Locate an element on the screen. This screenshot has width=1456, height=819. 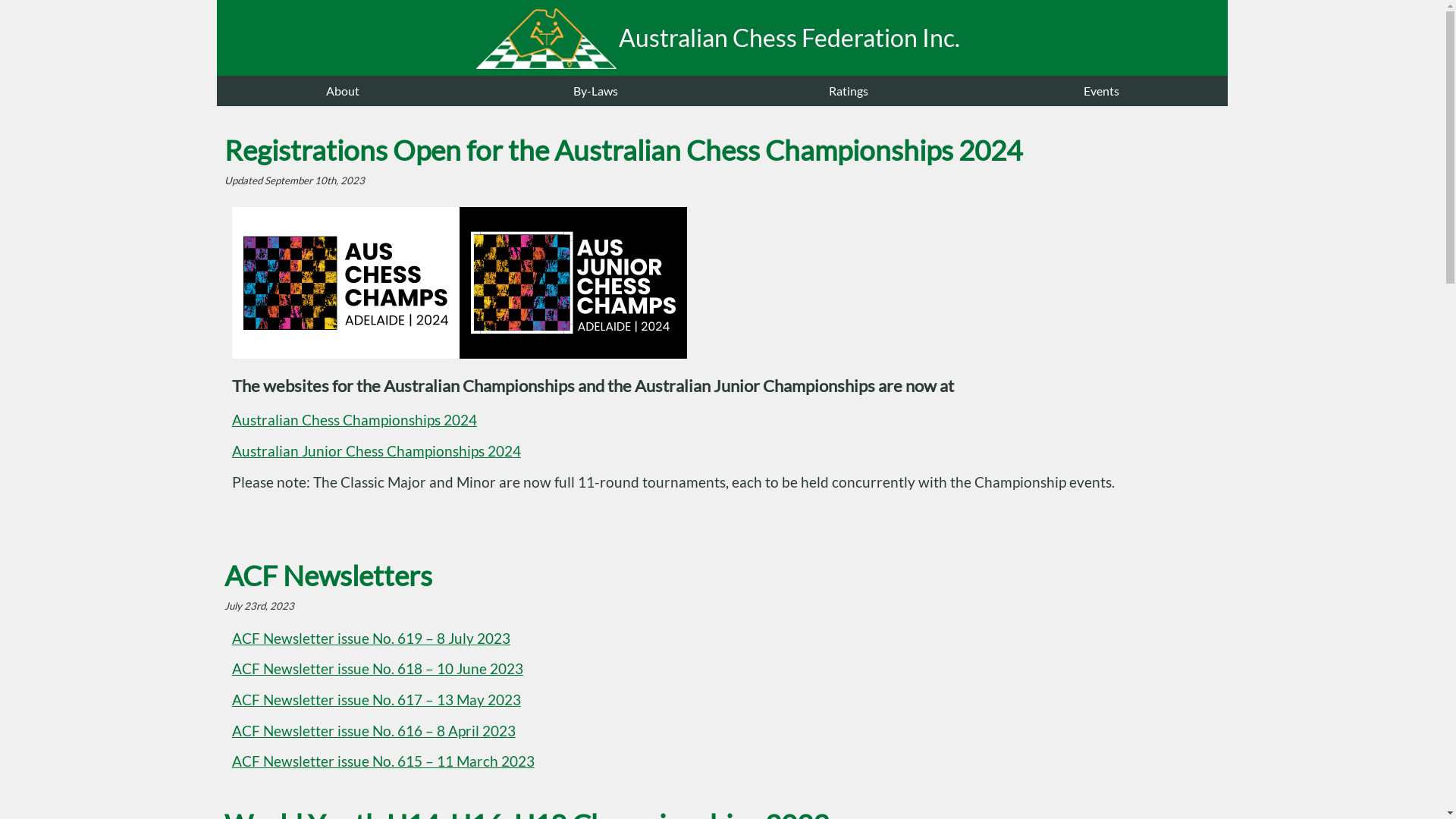
'Events' is located at coordinates (1101, 90).